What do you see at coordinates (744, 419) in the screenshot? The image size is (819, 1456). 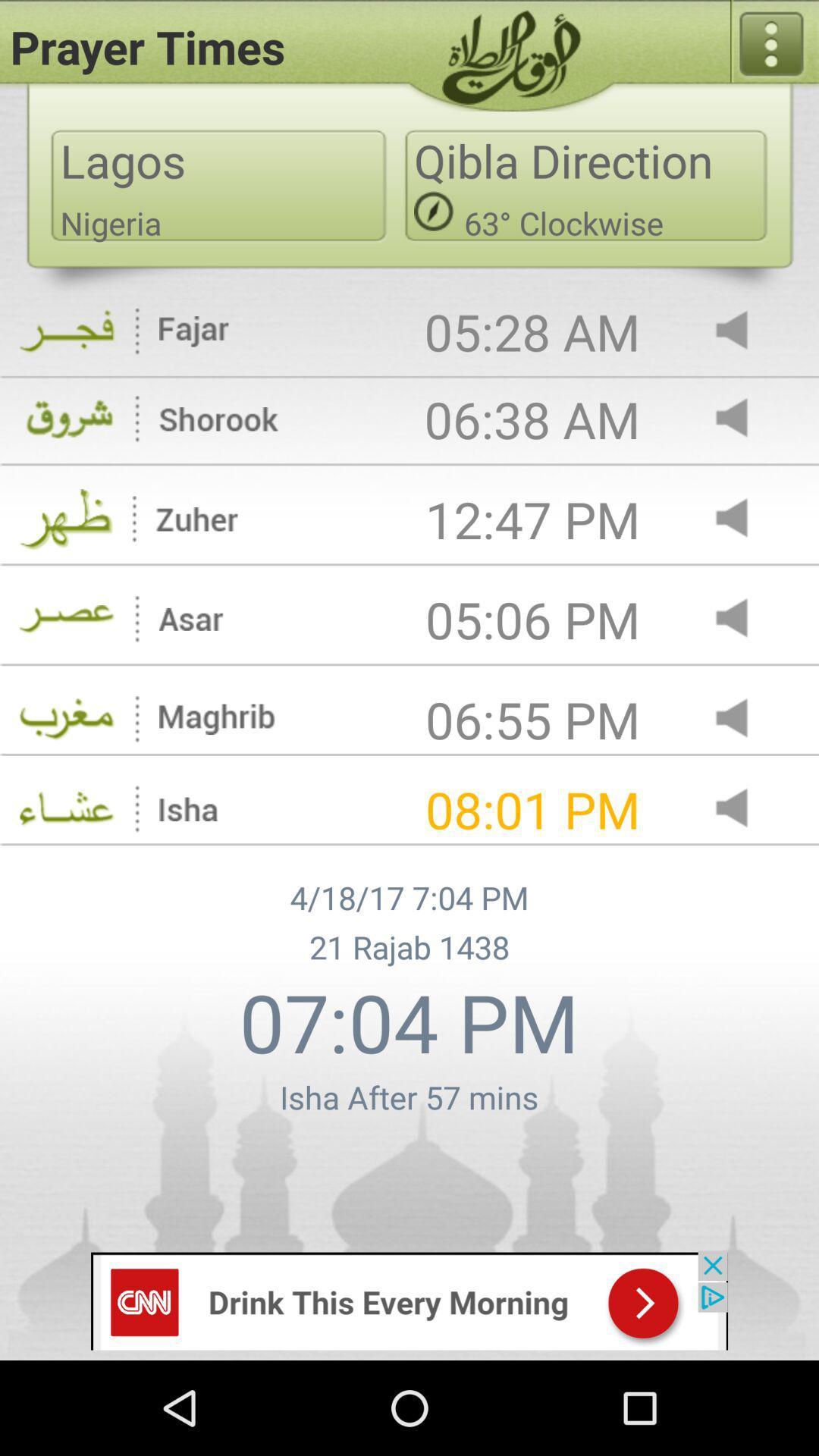 I see `the sound` at bounding box center [744, 419].